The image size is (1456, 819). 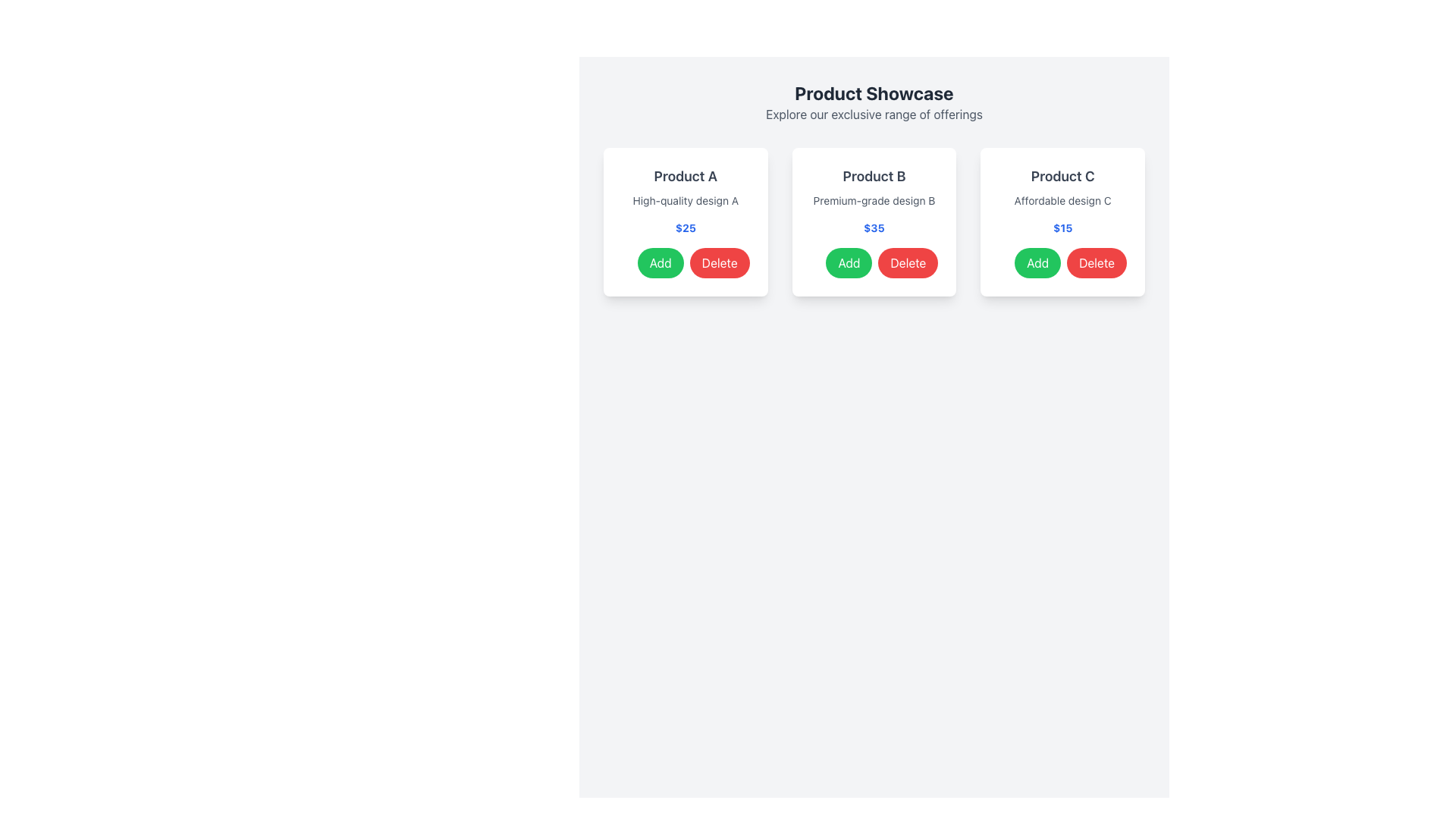 What do you see at coordinates (685, 227) in the screenshot?
I see `the text label displaying the price '$25' in bold blue styling, positioned beneath the product description 'High-quality design A' in the product card for 'Product A'` at bounding box center [685, 227].